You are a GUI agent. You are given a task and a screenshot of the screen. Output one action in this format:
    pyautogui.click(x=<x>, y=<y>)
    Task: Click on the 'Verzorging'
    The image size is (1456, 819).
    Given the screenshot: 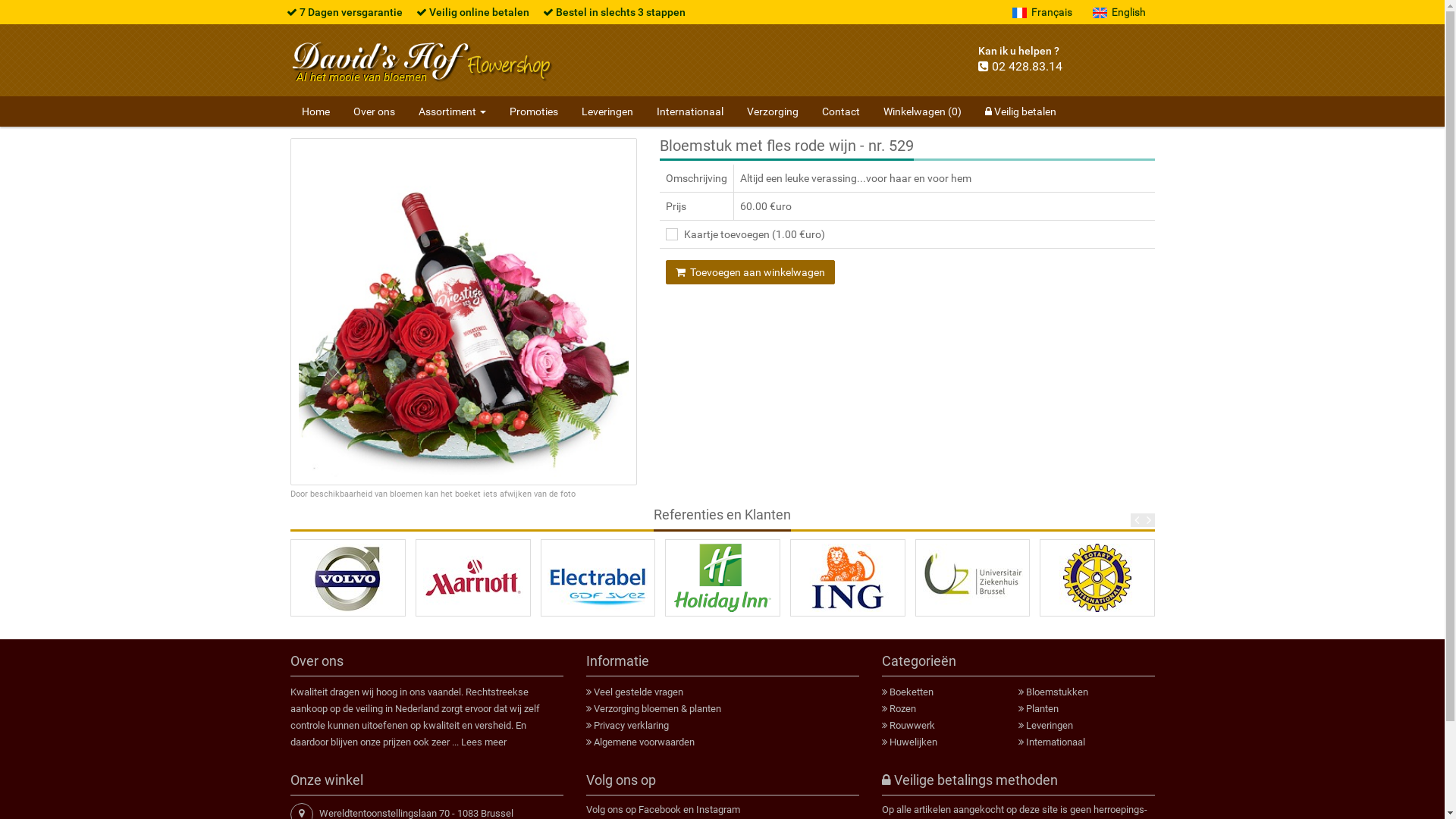 What is the action you would take?
    pyautogui.click(x=772, y=110)
    